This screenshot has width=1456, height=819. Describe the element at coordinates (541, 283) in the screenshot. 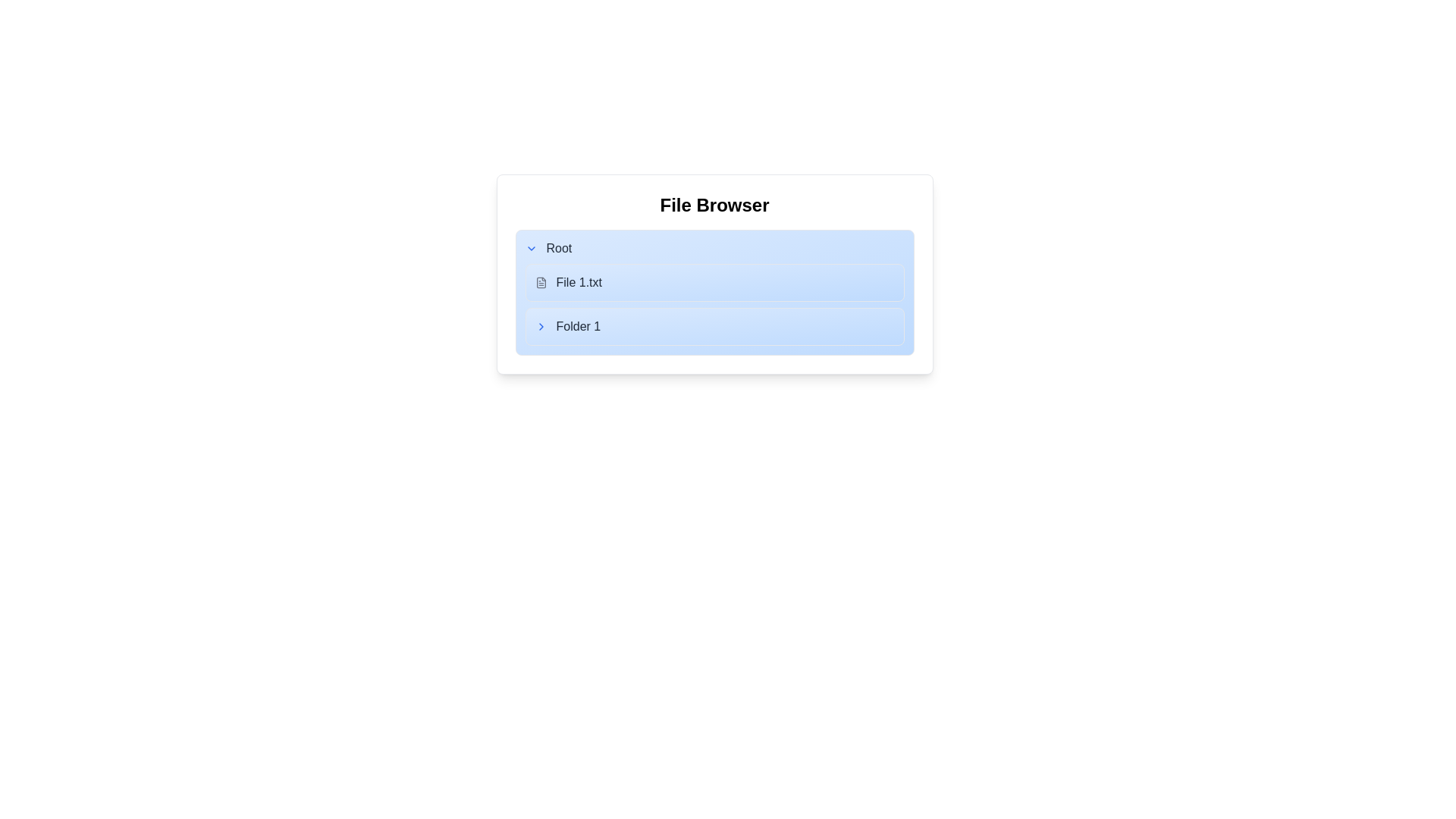

I see `the icon representing the file type for 'File 1.txt', located to the left of the item in the list under 'Root'` at that location.